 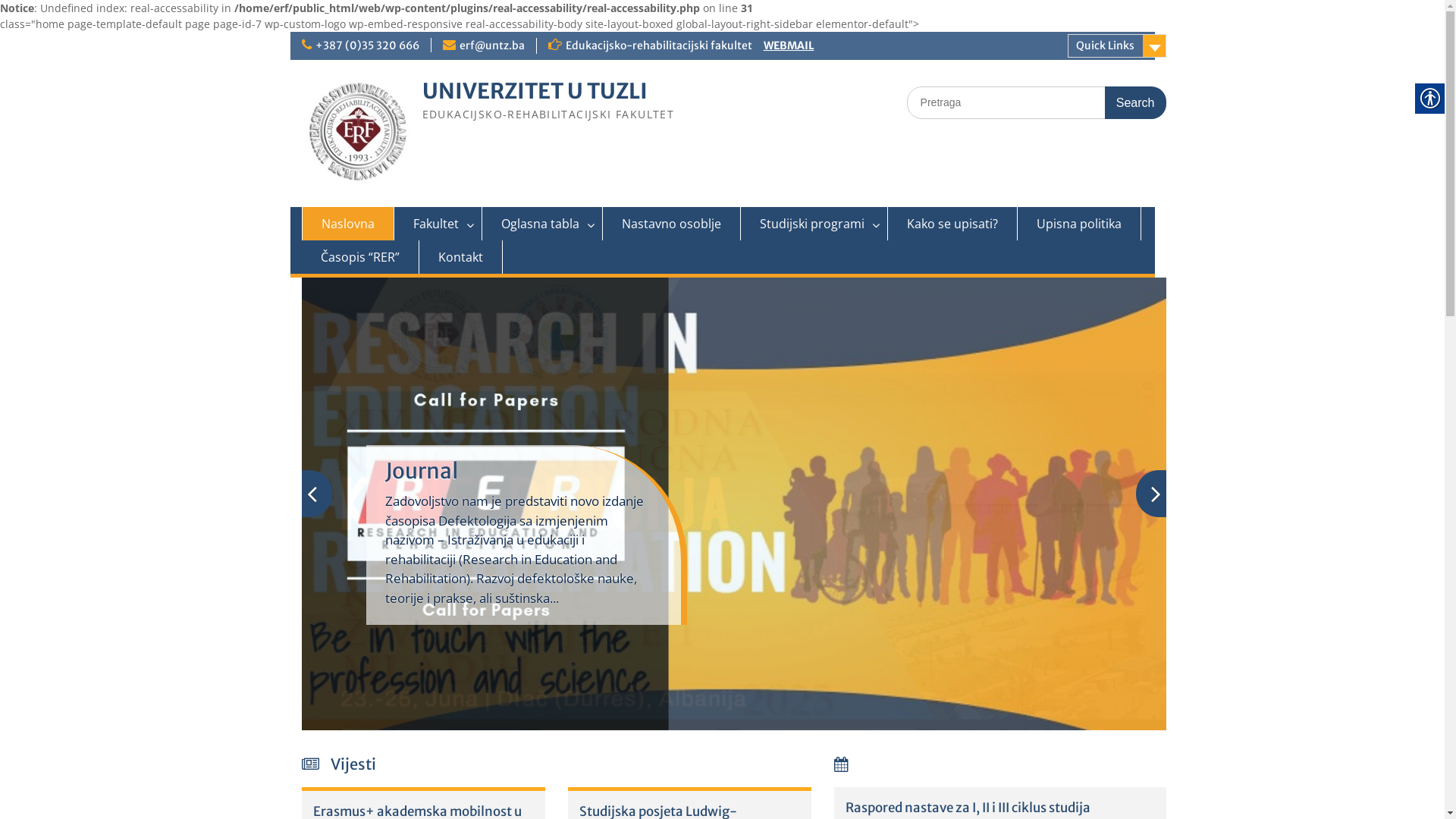 What do you see at coordinates (459, 256) in the screenshot?
I see `'Kontakt'` at bounding box center [459, 256].